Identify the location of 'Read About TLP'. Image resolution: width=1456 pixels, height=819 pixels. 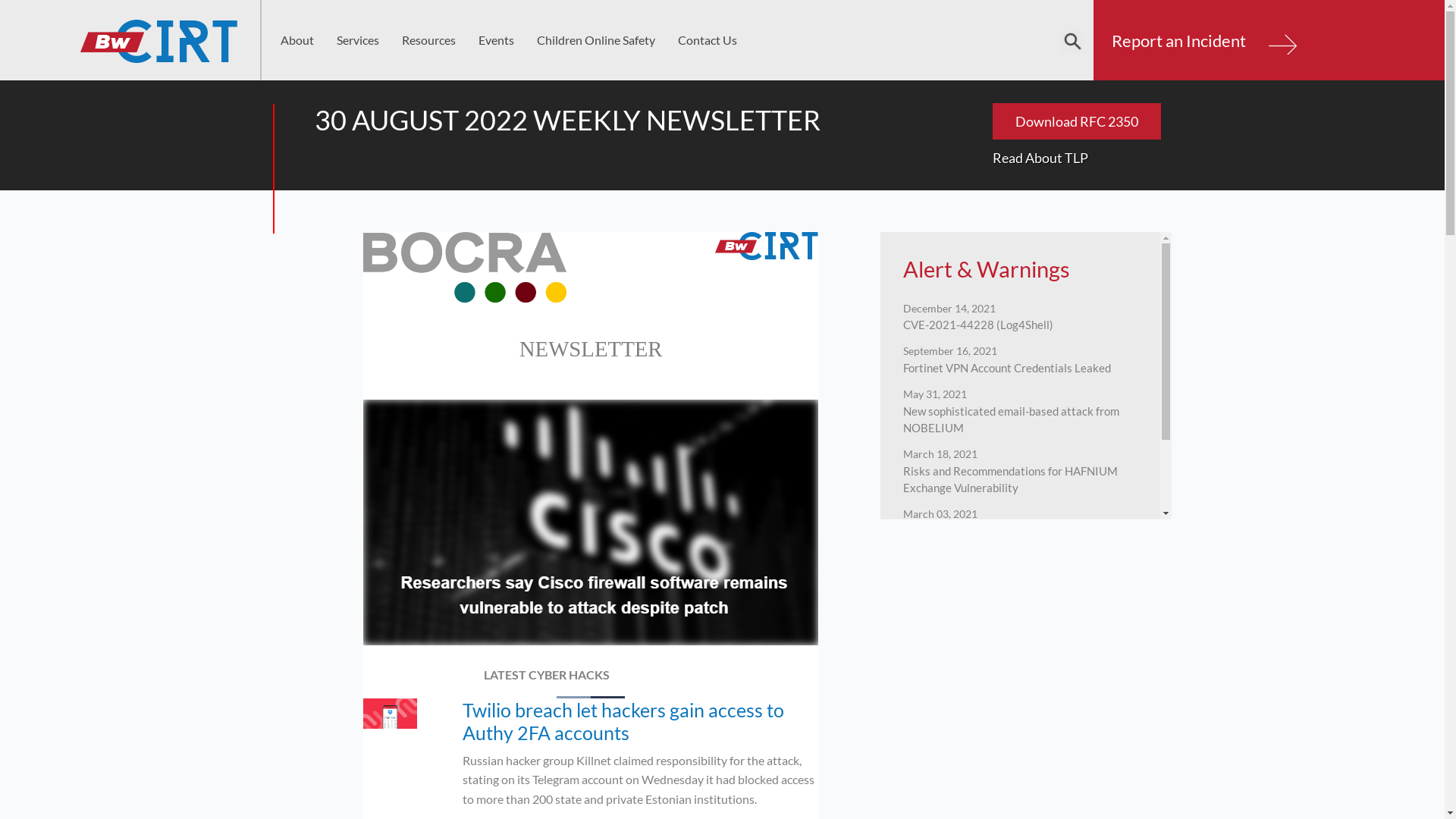
(992, 158).